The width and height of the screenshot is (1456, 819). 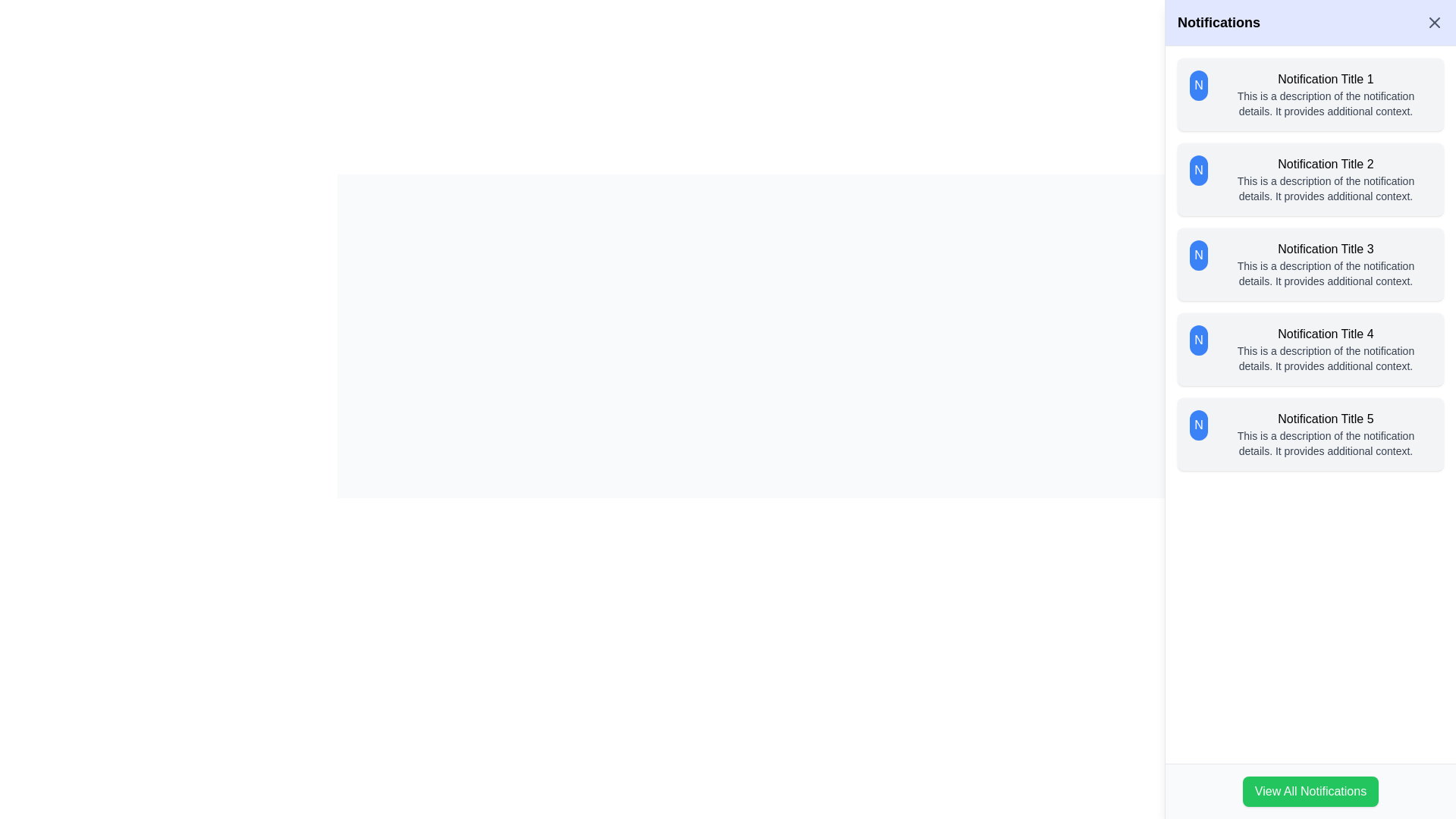 I want to click on the close button for the notification panel located at the top-right corner of the light blue header with the title 'Notifications' to change its color, so click(x=1433, y=23).